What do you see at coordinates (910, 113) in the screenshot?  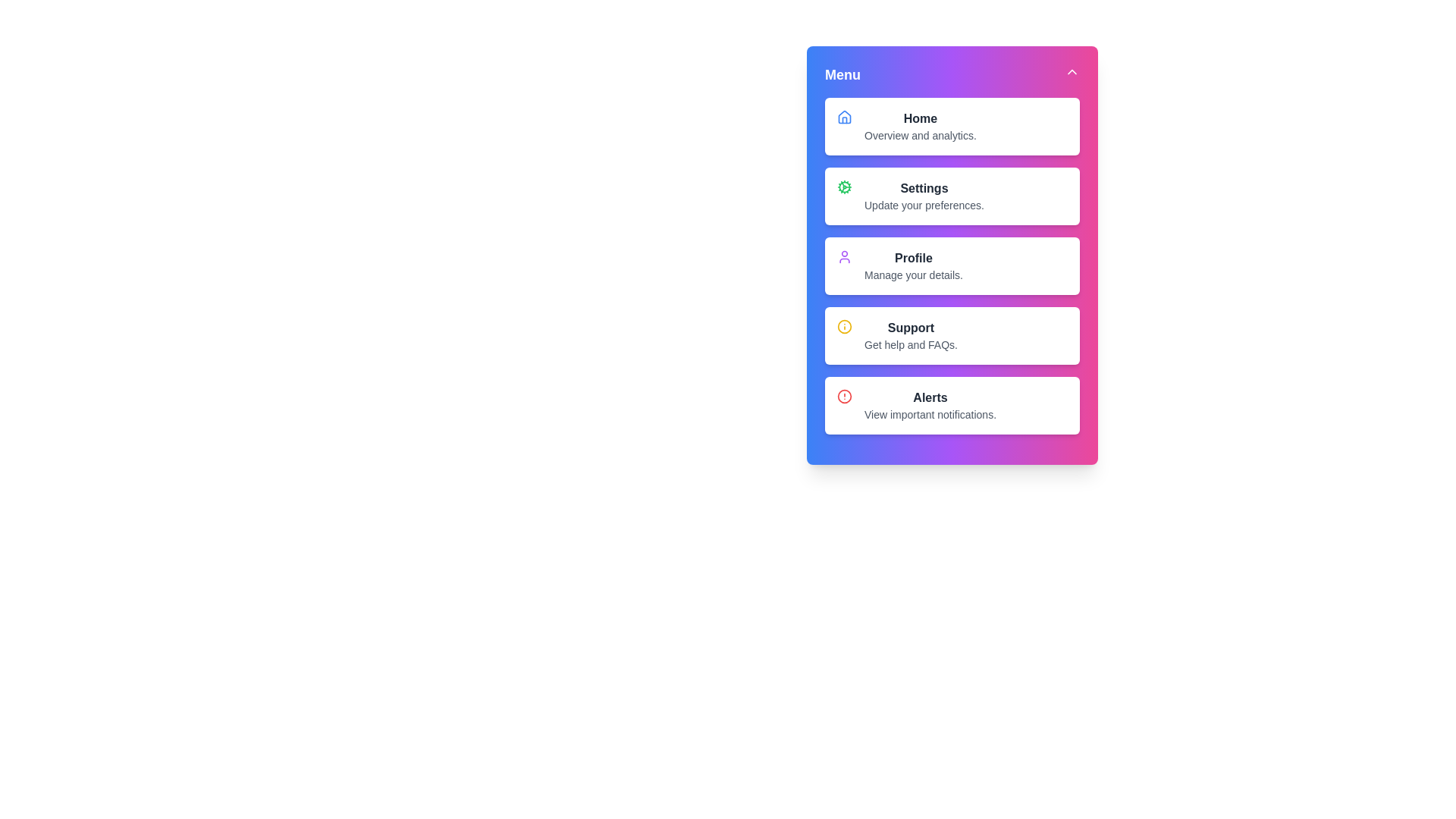 I see `the menu option Home` at bounding box center [910, 113].